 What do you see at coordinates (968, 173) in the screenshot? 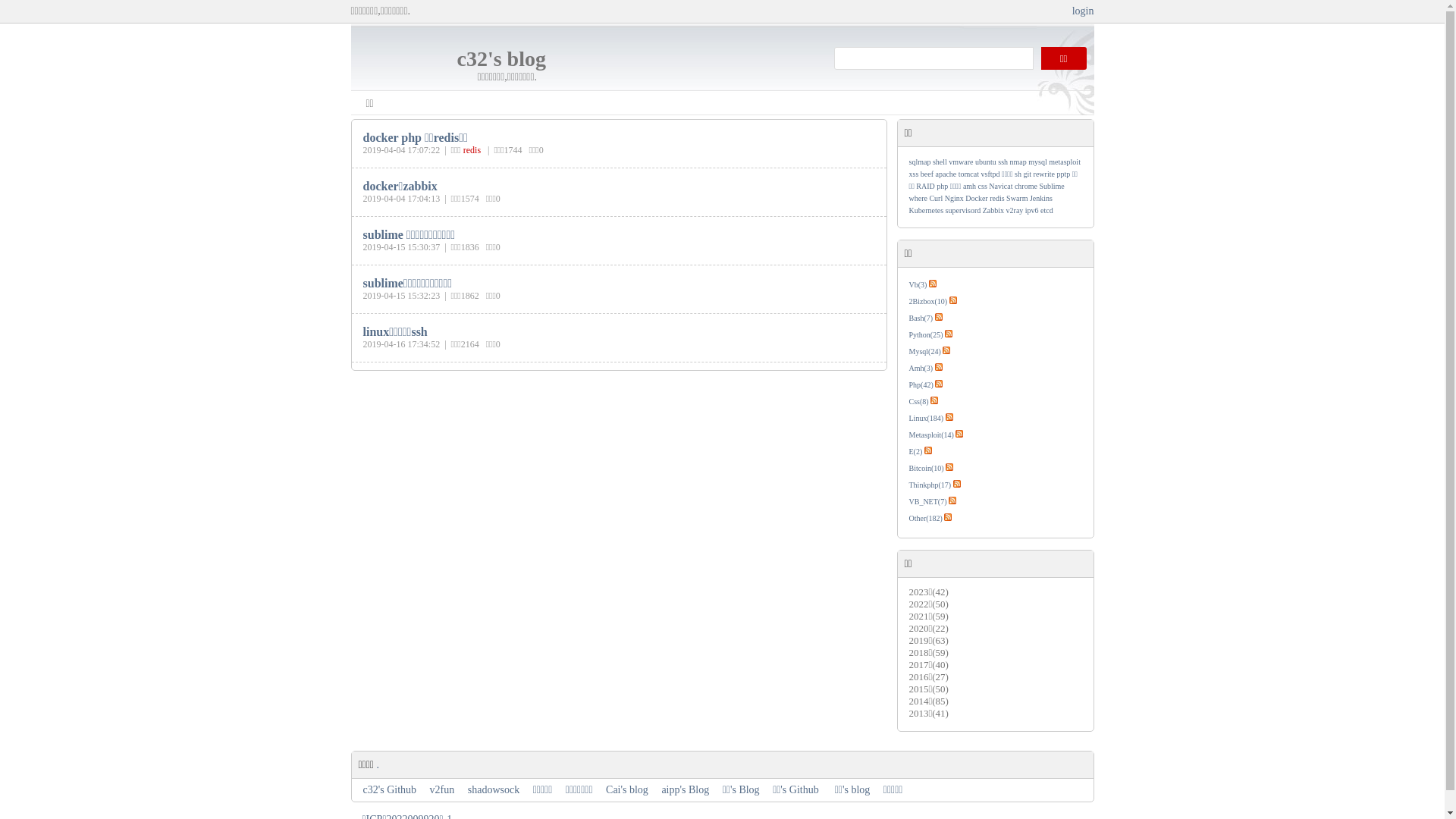
I see `'tomcat'` at bounding box center [968, 173].